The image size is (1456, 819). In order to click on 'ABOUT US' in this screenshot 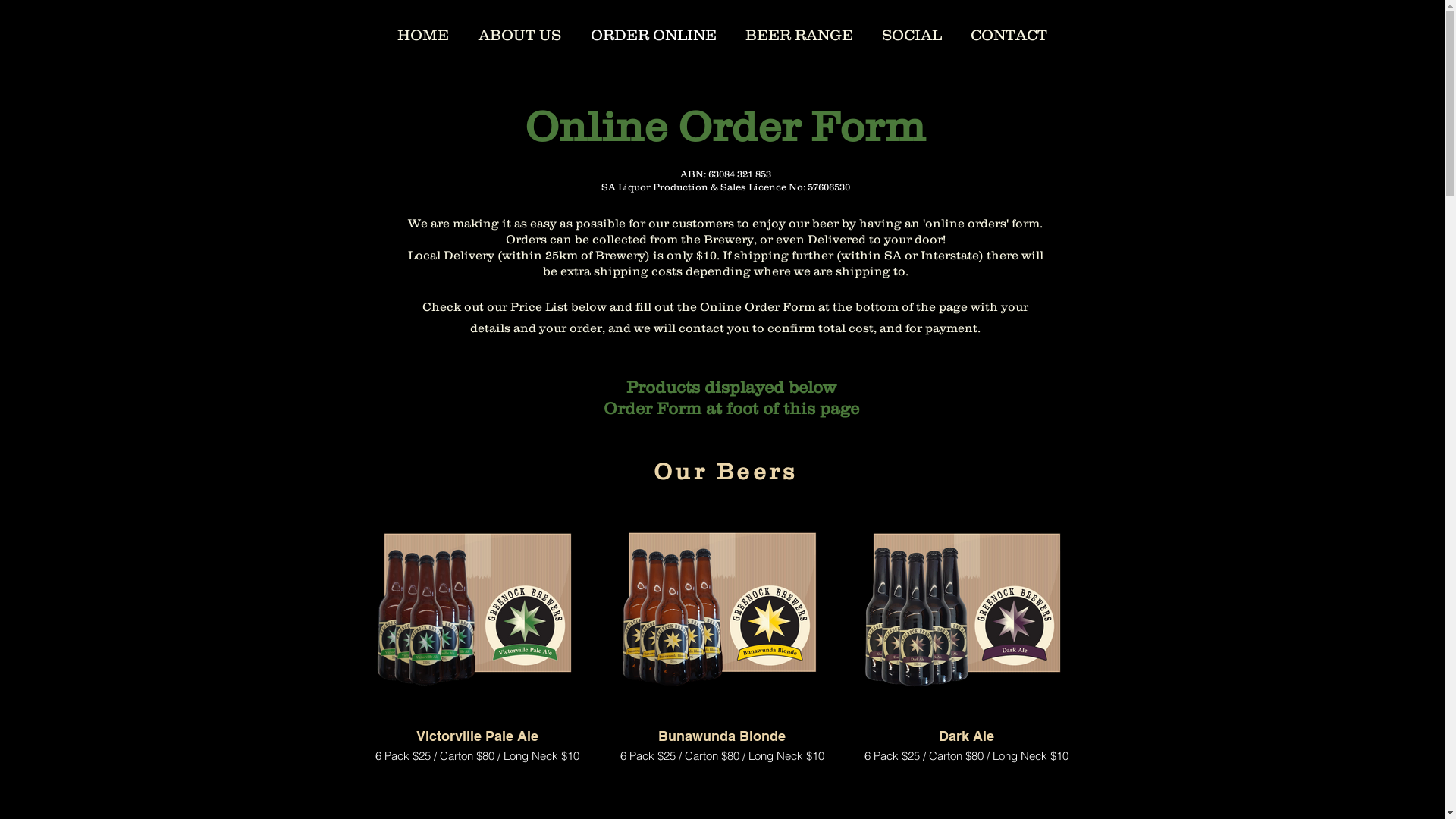, I will do `click(520, 33)`.